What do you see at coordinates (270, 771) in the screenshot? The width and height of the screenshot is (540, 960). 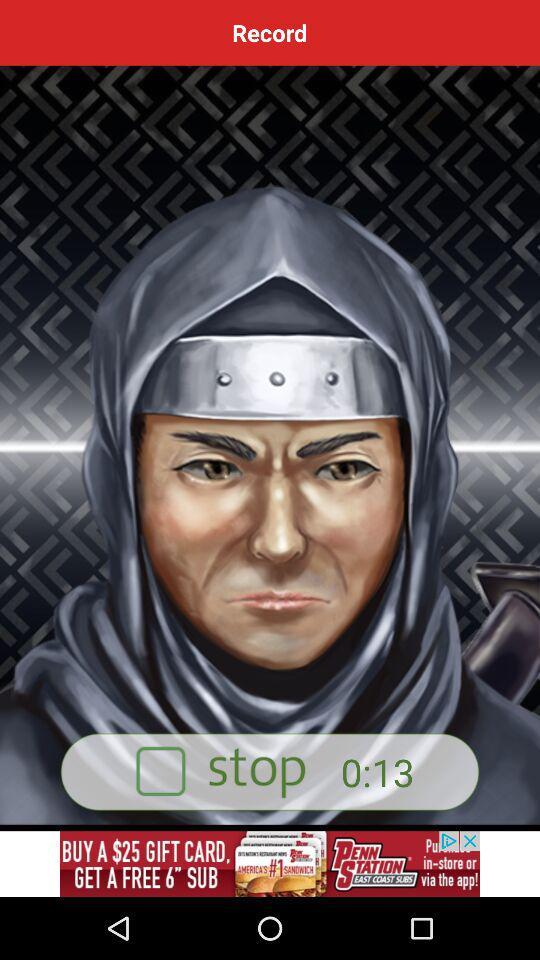 I see `stop button` at bounding box center [270, 771].